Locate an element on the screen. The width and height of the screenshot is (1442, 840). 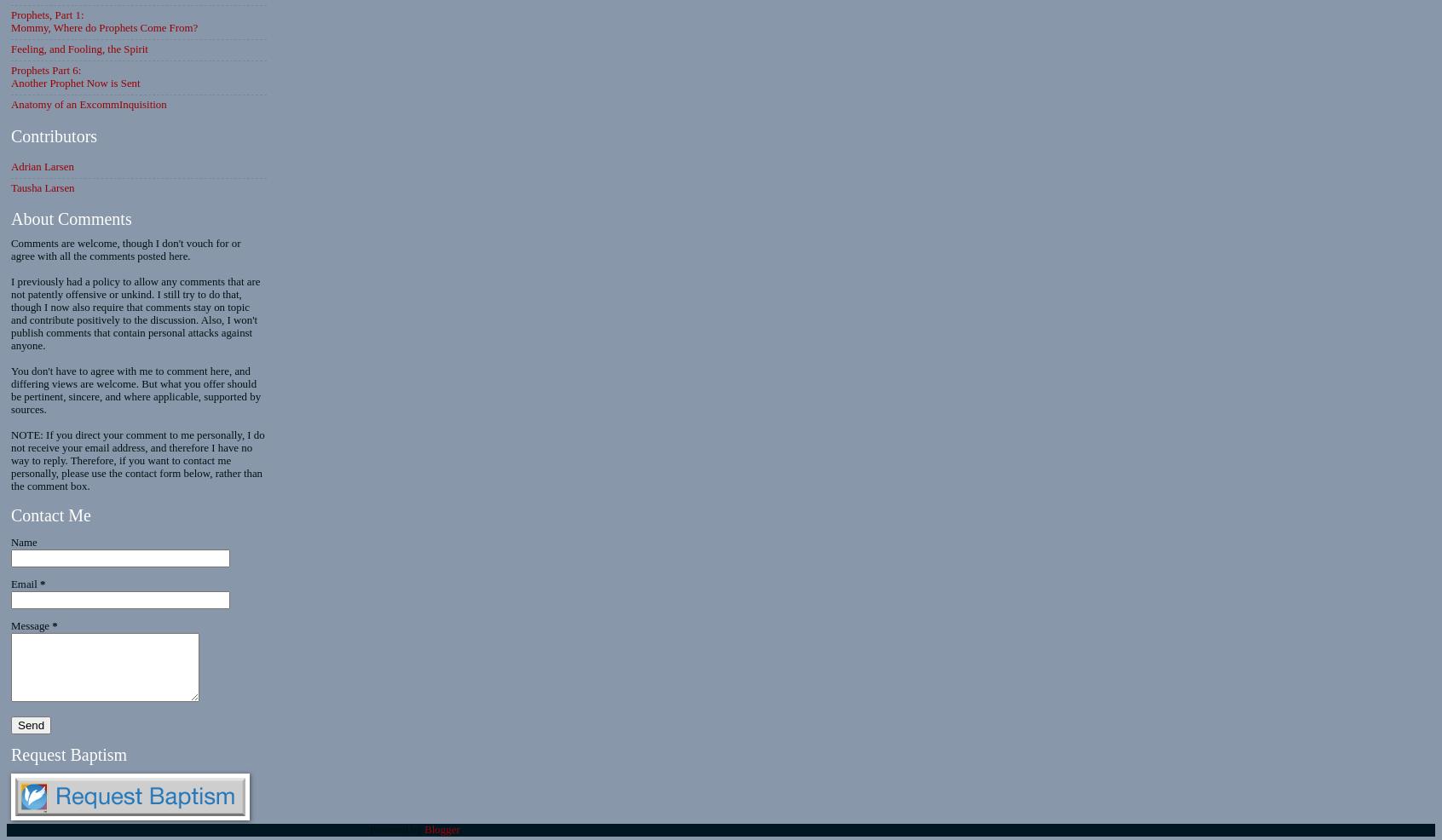
'Prophets Part 6:' is located at coordinates (10, 71).